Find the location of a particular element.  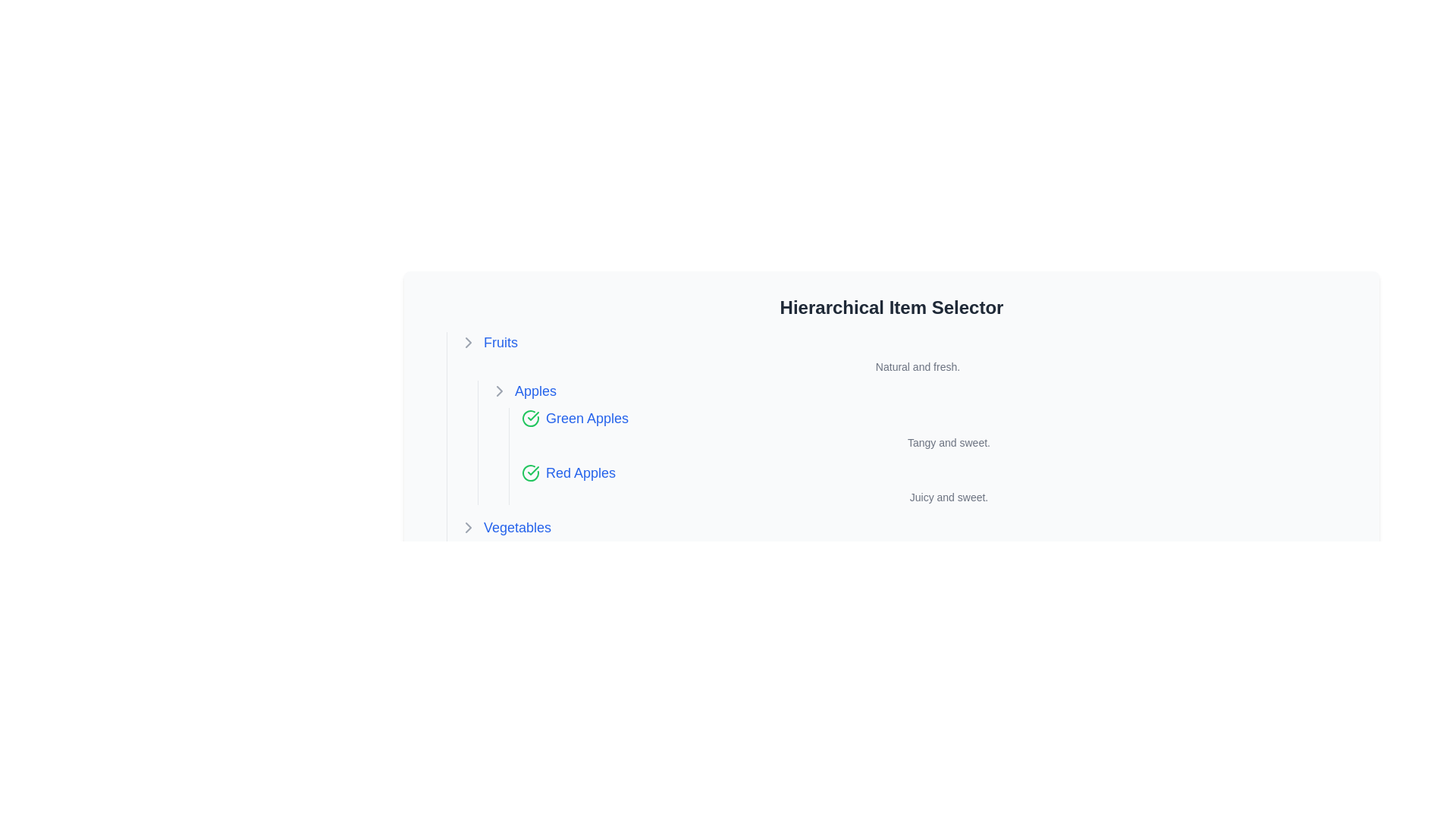

the text label displaying 'Green Apples' is located at coordinates (586, 418).